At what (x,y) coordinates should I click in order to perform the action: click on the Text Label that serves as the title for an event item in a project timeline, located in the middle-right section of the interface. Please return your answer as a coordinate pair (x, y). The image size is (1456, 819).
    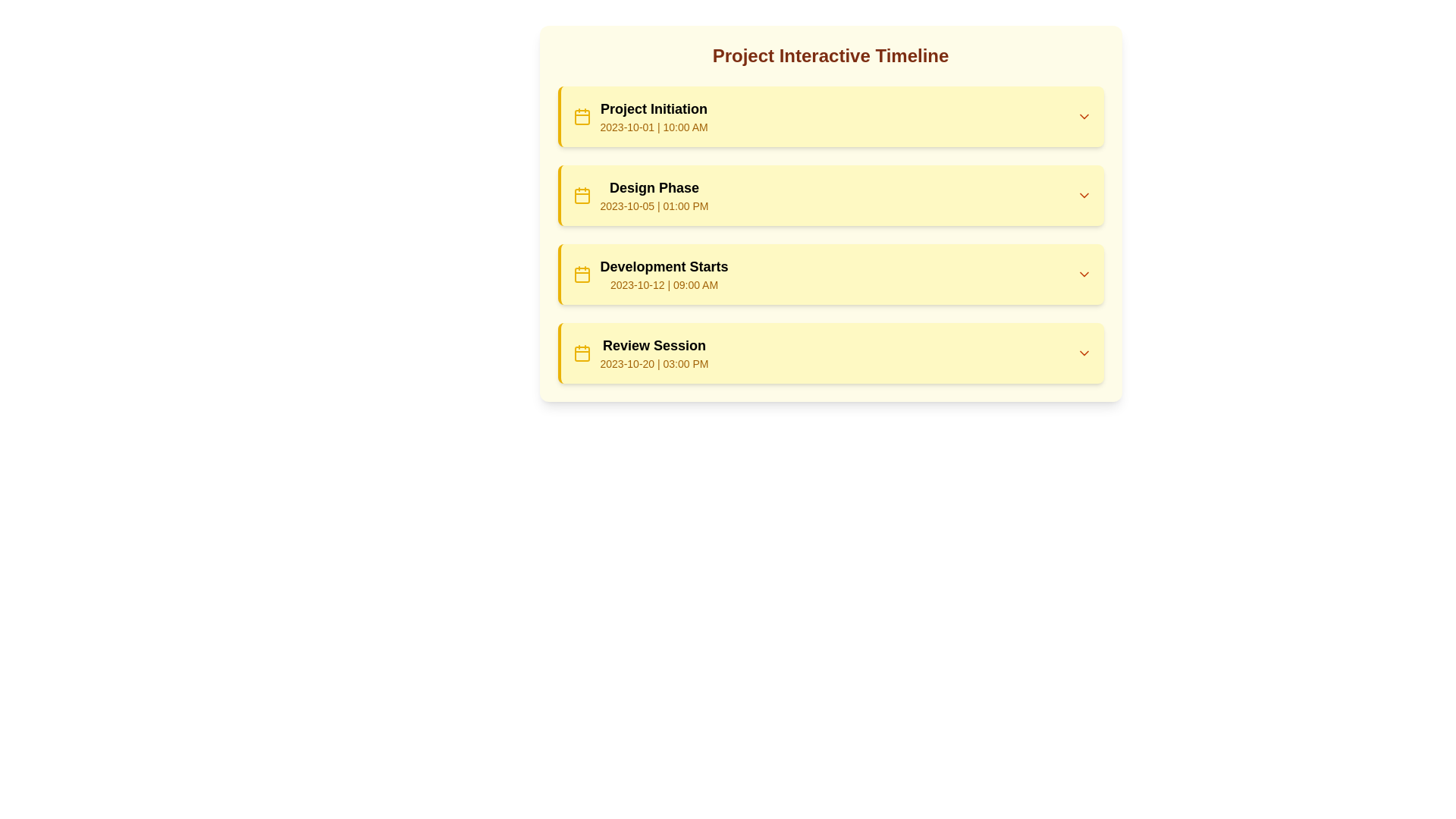
    Looking at the image, I should click on (664, 265).